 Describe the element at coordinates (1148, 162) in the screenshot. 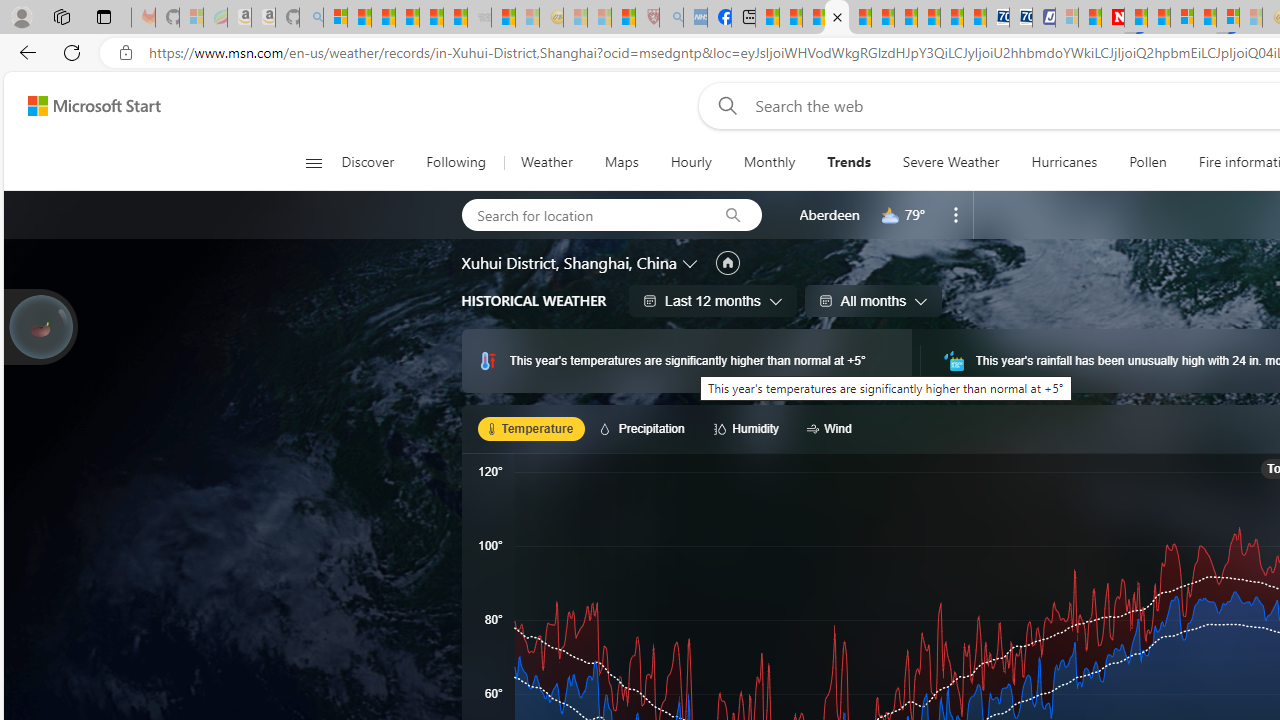

I see `'Pollen'` at that location.